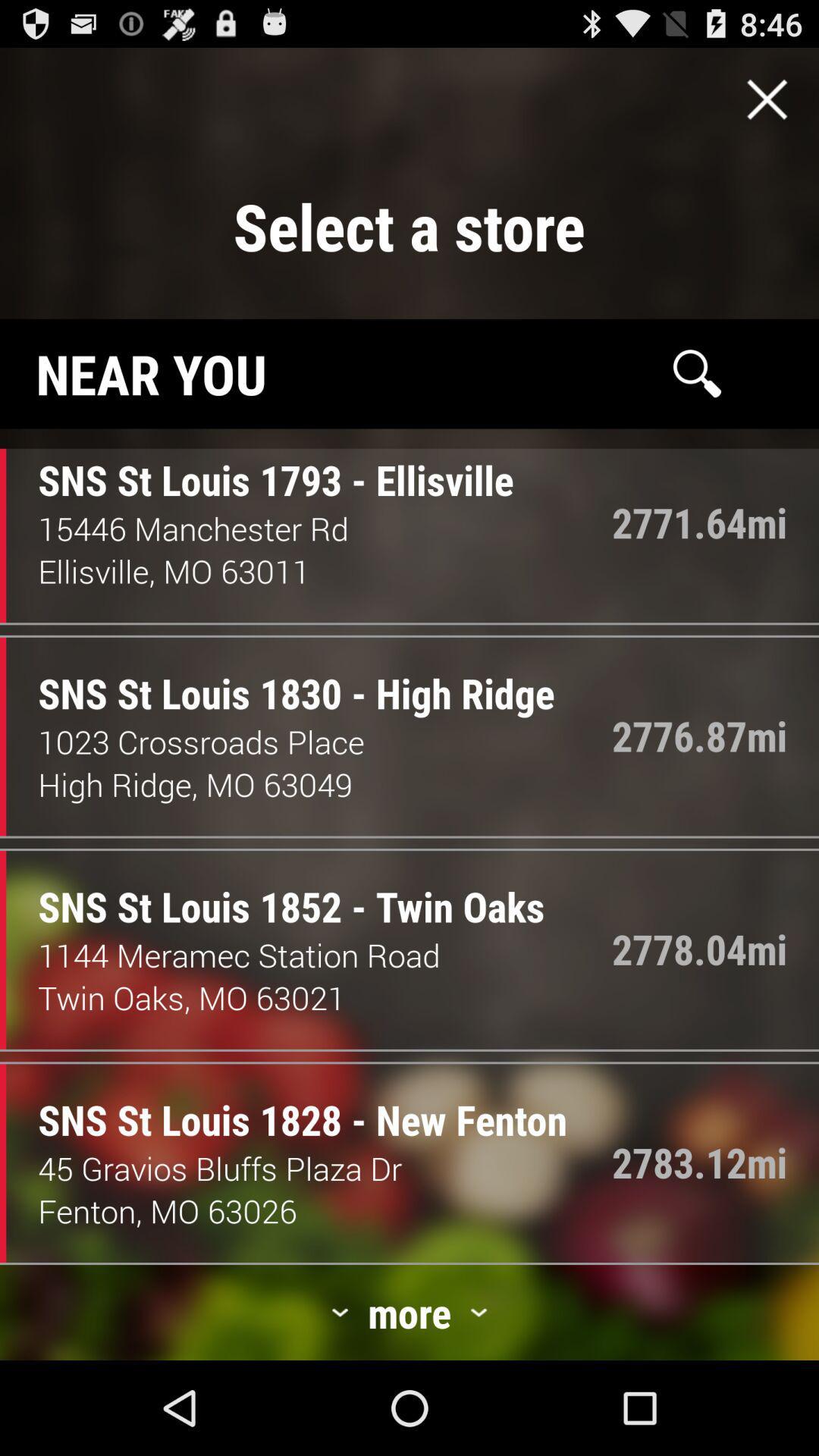  I want to click on the search icon, so click(697, 400).